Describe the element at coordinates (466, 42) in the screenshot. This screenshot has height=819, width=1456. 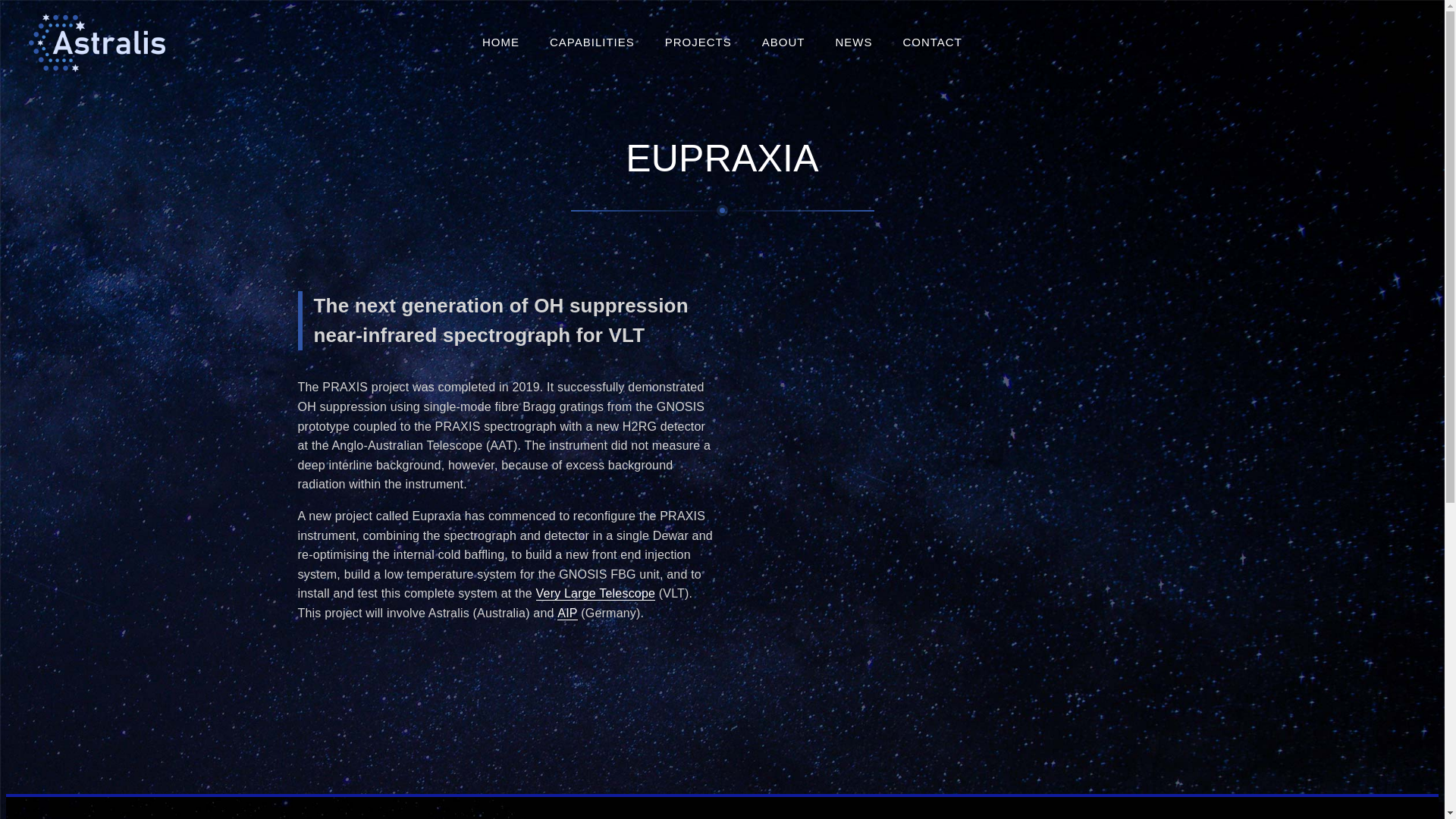
I see `'HOME'` at that location.